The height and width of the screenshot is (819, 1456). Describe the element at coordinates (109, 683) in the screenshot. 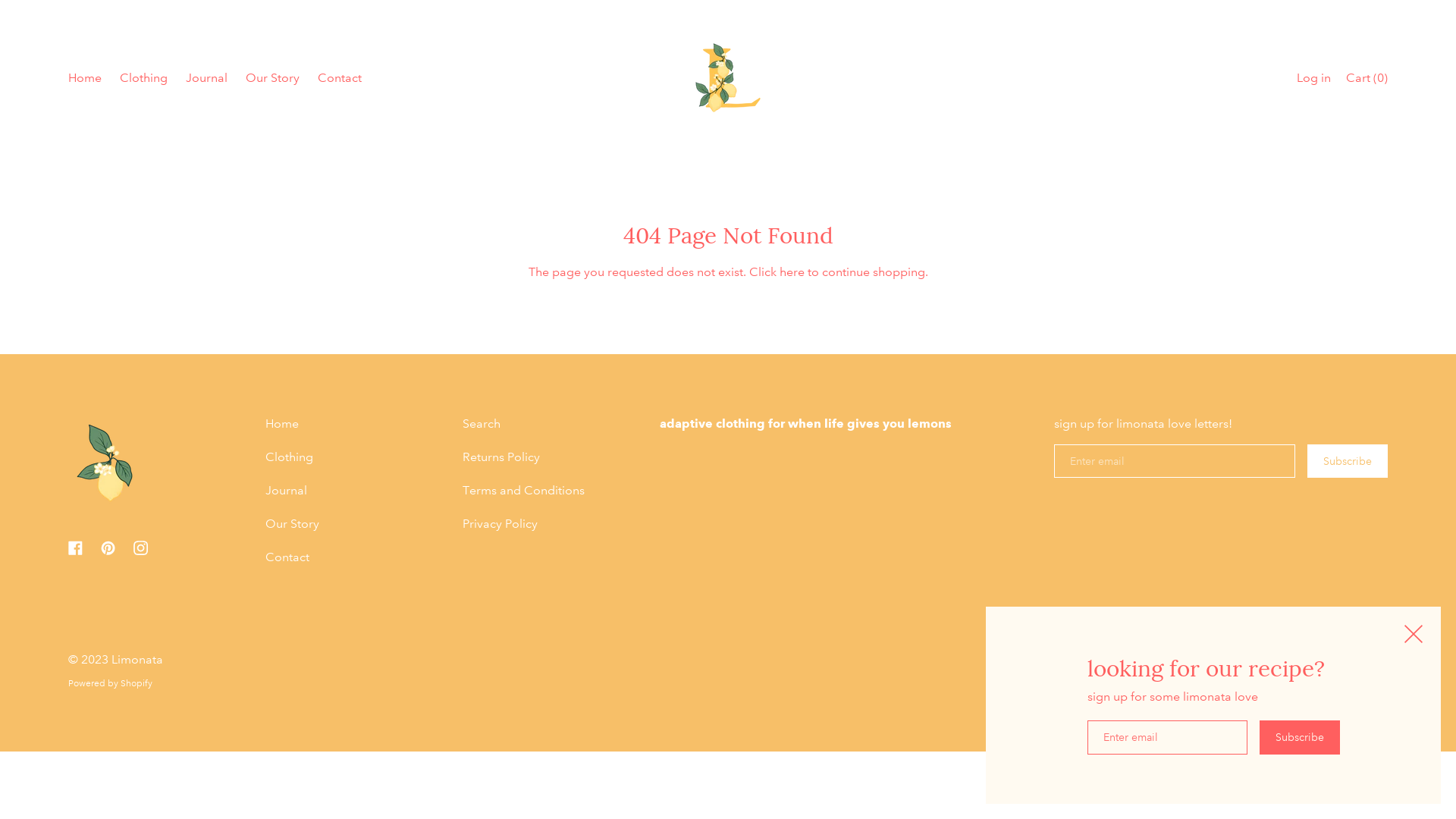

I see `'Powered by Shopify'` at that location.